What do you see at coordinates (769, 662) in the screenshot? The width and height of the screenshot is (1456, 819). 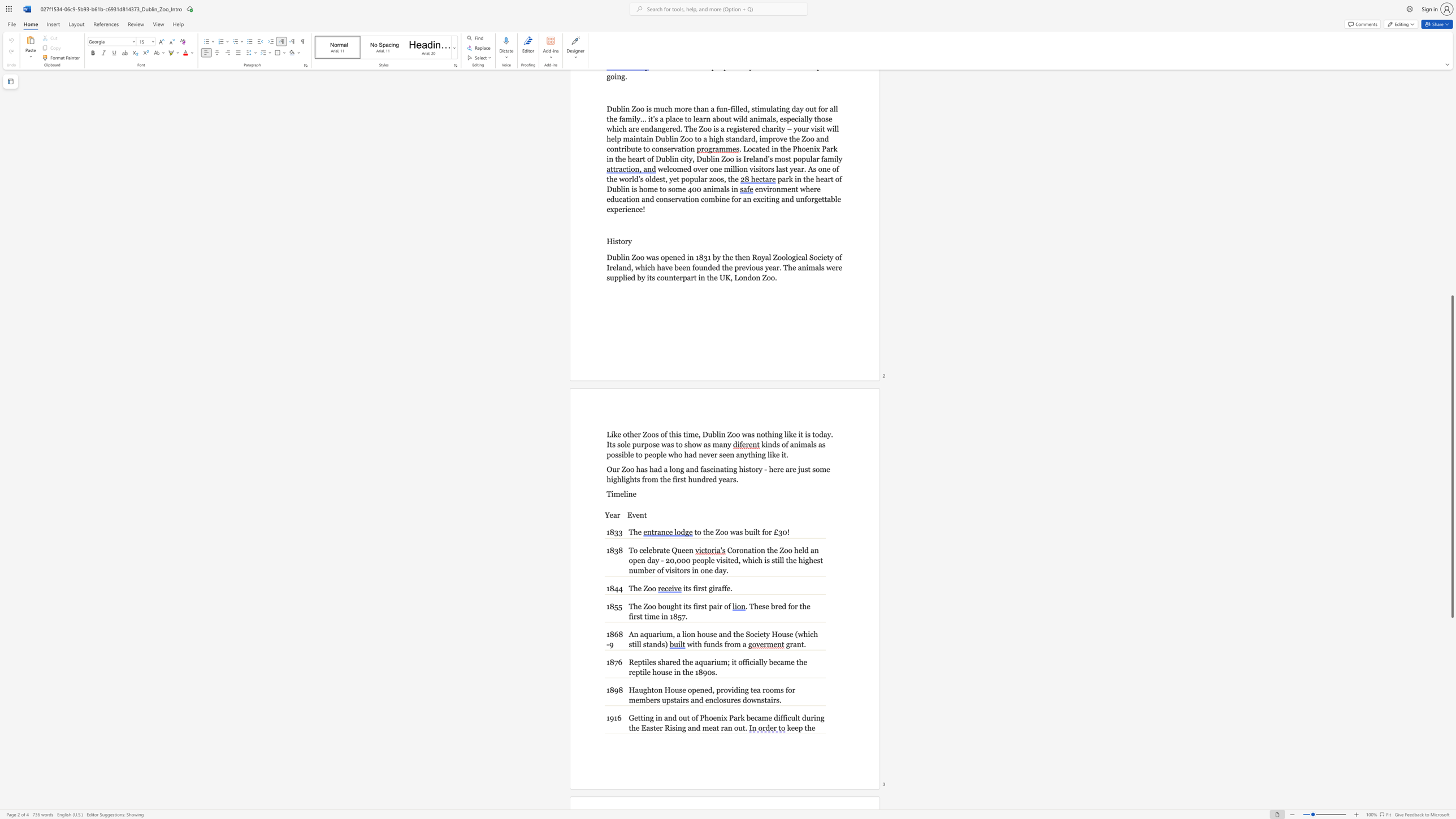 I see `the subset text "became the rept" within the text "Reptiles shared the aquarium; it officially became the reptile house in the 1890s."` at bounding box center [769, 662].